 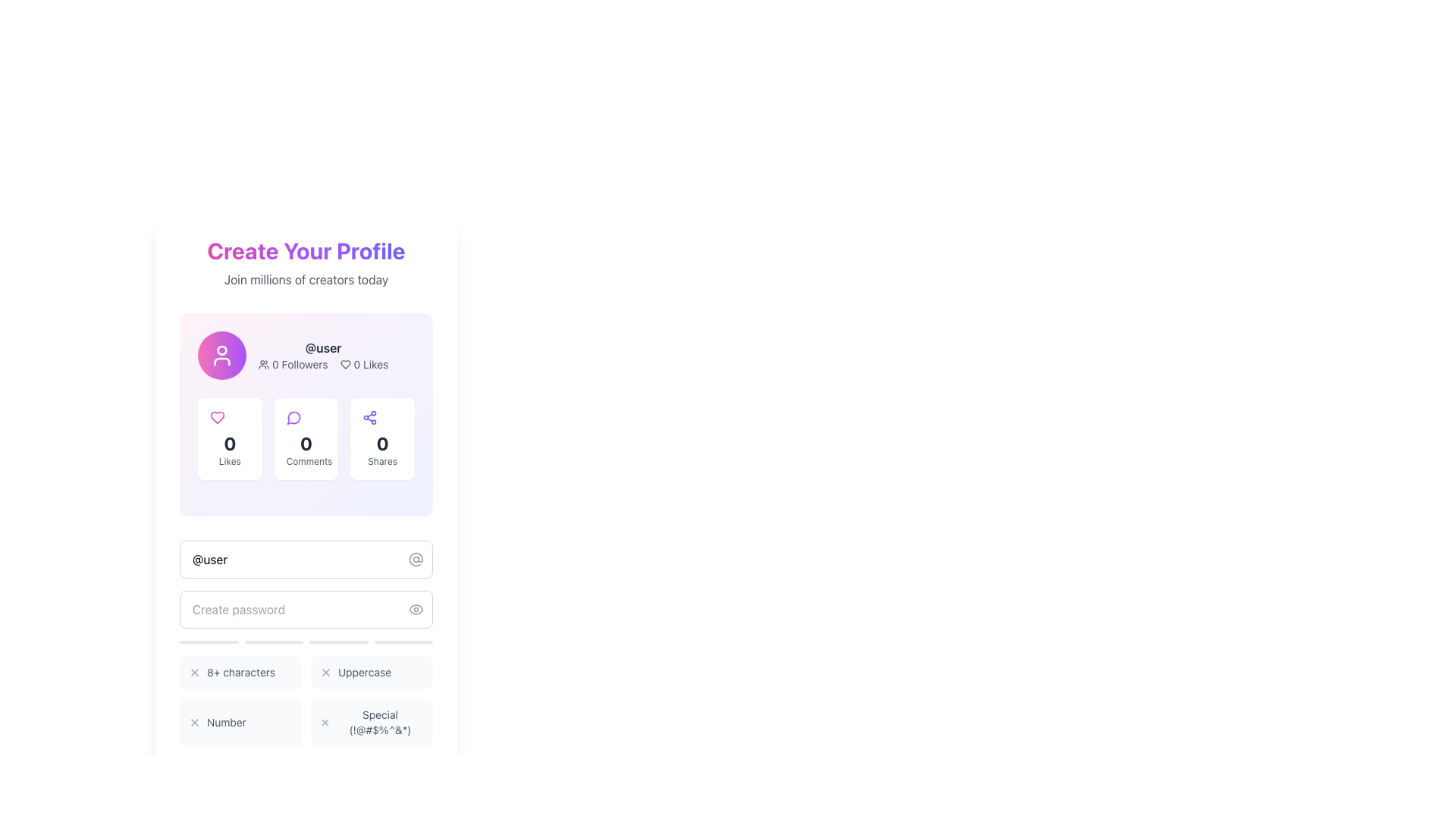 What do you see at coordinates (322, 365) in the screenshot?
I see `the Textual Information Display that shows the user's follower count and received likes, located below the '@user' text indicator in the profile metrics card` at bounding box center [322, 365].